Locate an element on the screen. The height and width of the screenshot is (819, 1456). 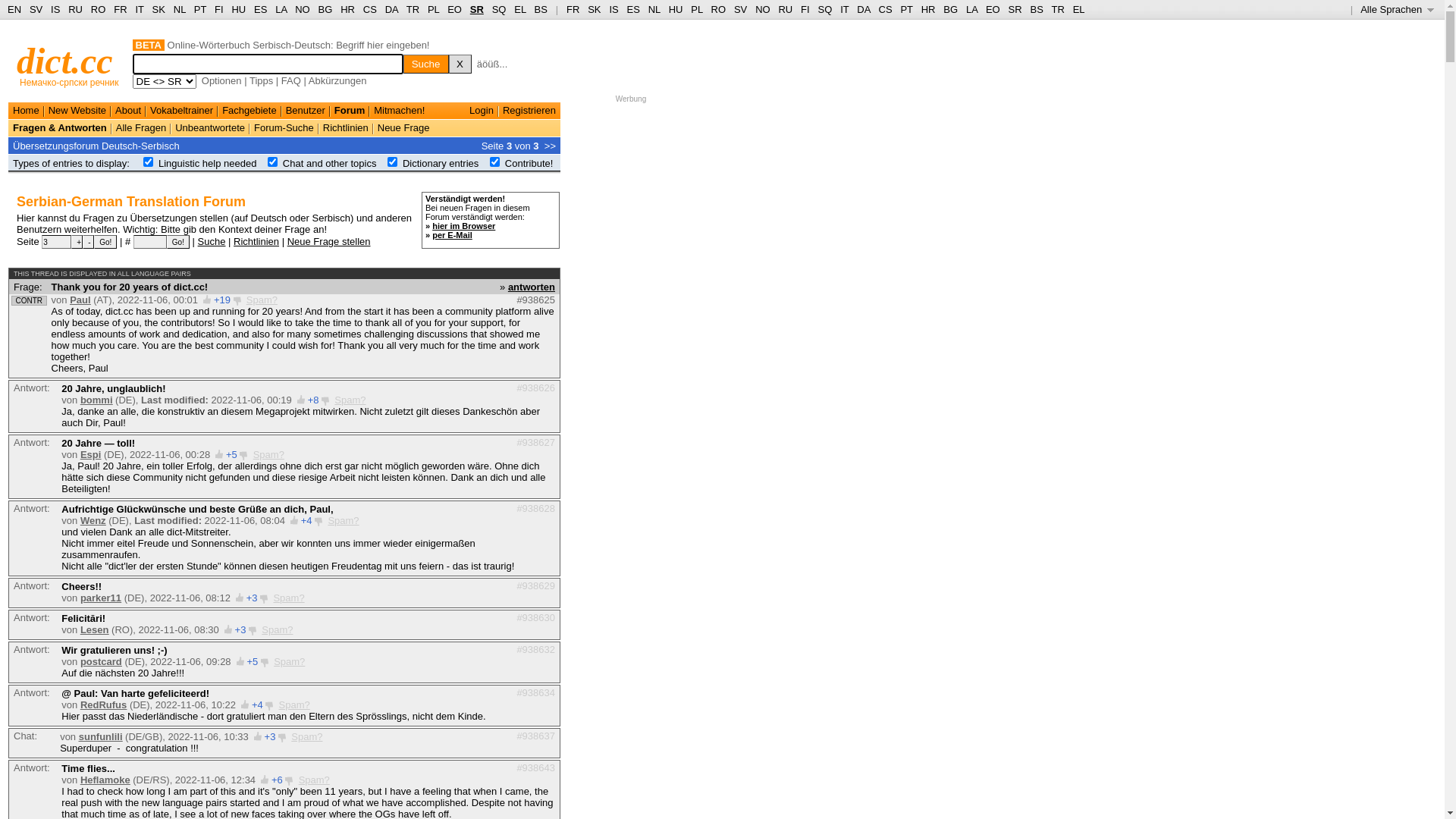
'Alle Sprachen ' is located at coordinates (1396, 9).